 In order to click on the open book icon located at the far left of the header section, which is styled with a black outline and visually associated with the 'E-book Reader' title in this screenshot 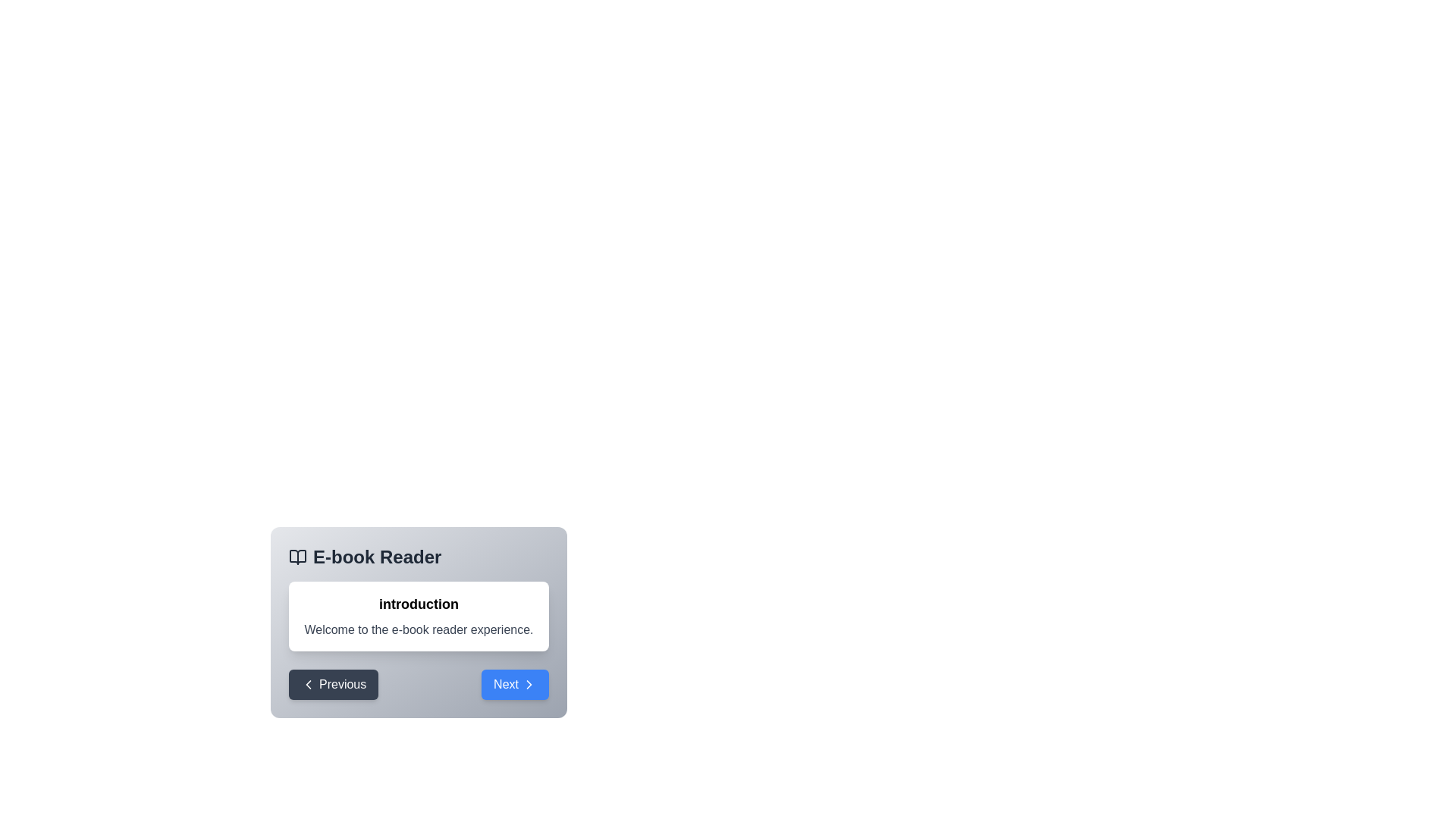, I will do `click(298, 557)`.